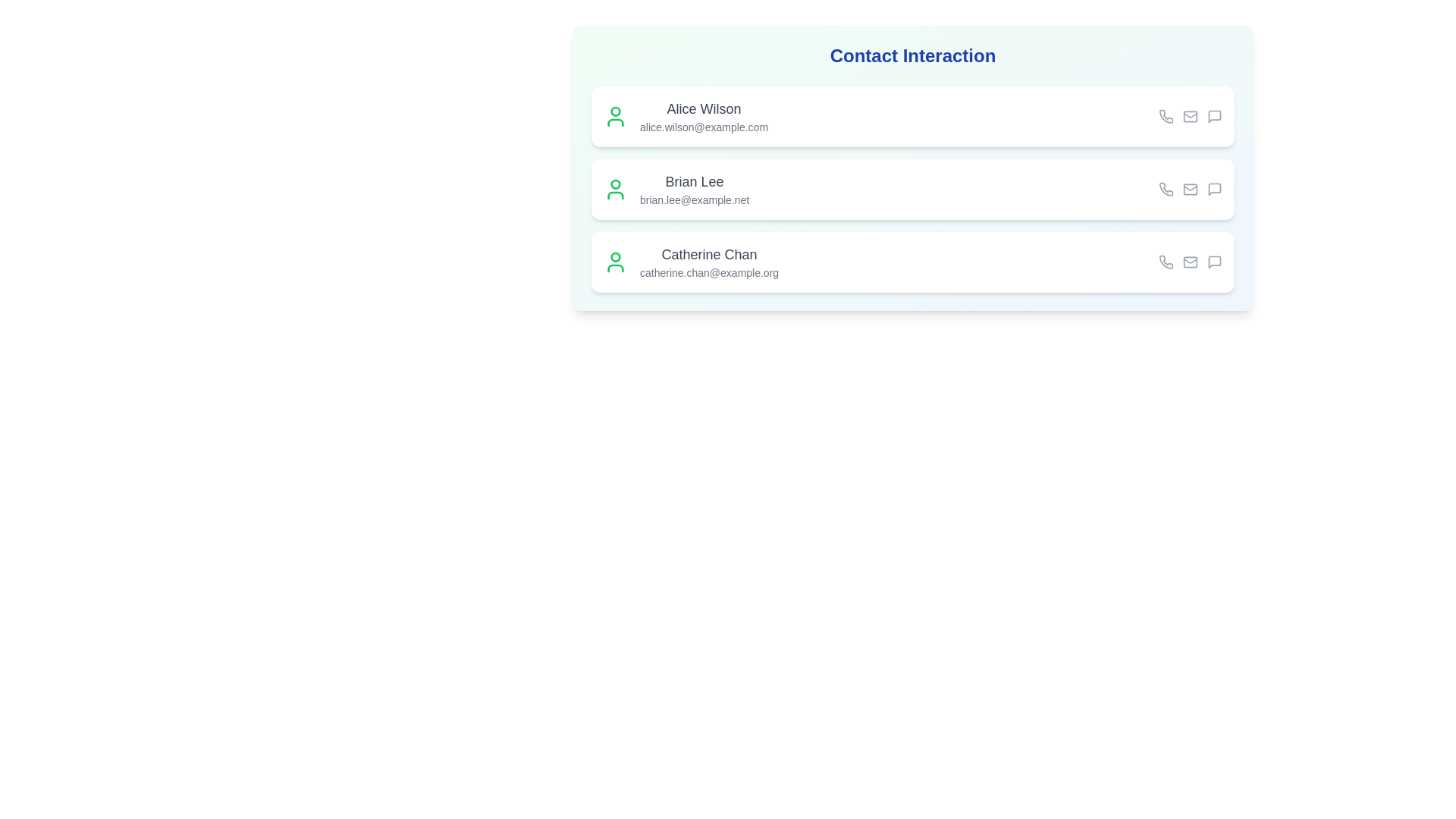 The width and height of the screenshot is (1456, 819). Describe the element at coordinates (1189, 262) in the screenshot. I see `the email icon for the contact Catherine Chan` at that location.